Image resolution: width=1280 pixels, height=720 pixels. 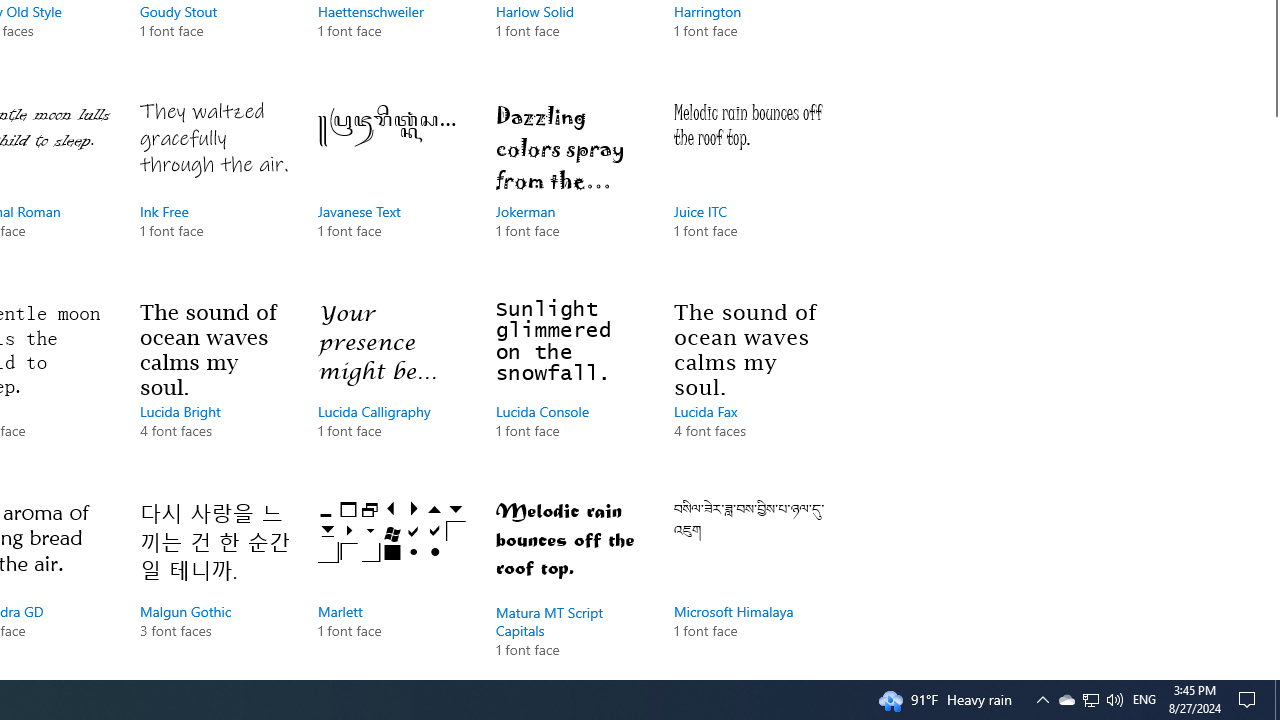 I want to click on 'Lucida Bright, 4 font faces', so click(x=215, y=390).